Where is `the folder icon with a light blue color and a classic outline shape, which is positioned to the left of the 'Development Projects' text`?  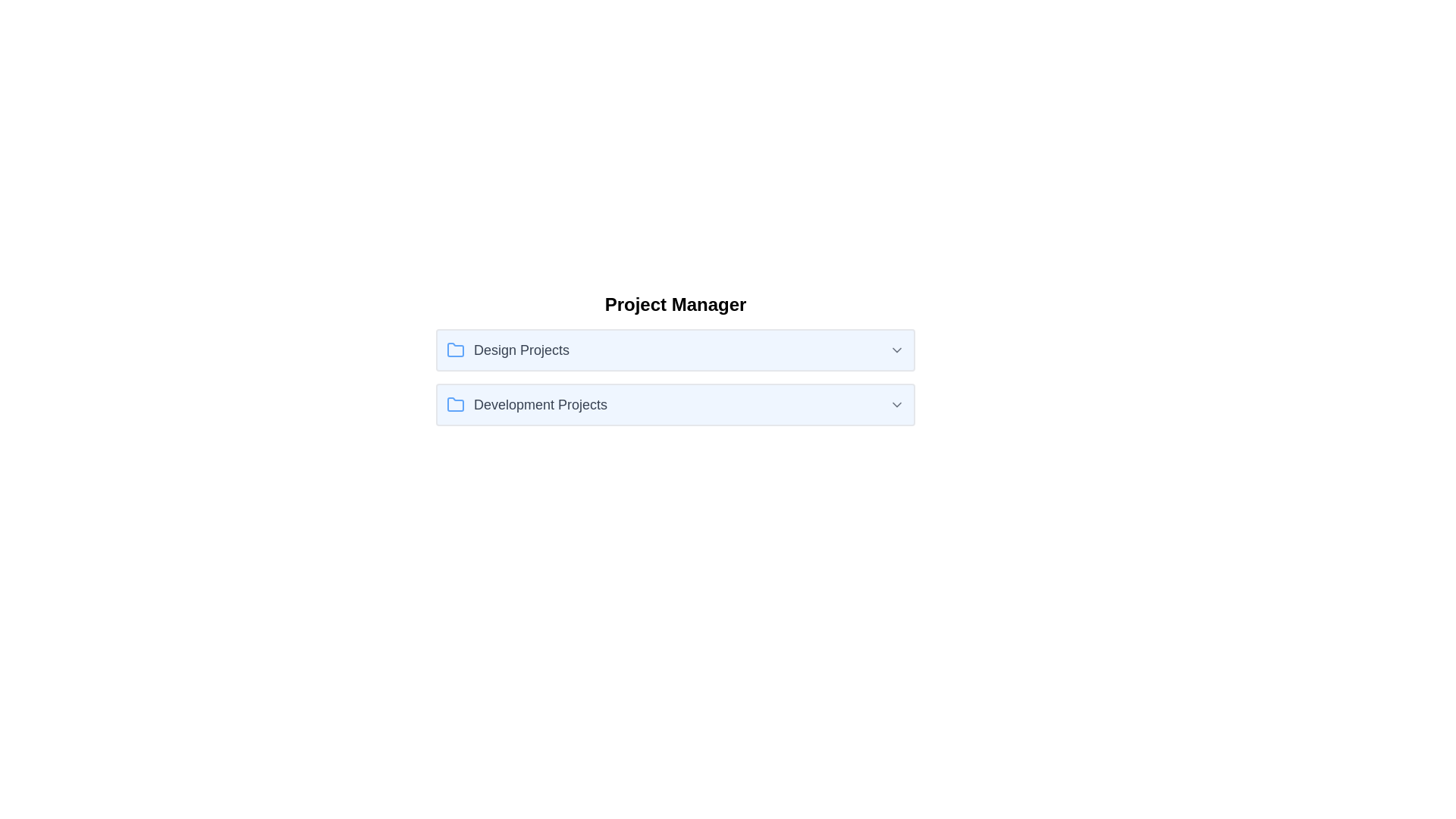 the folder icon with a light blue color and a classic outline shape, which is positioned to the left of the 'Development Projects' text is located at coordinates (454, 403).